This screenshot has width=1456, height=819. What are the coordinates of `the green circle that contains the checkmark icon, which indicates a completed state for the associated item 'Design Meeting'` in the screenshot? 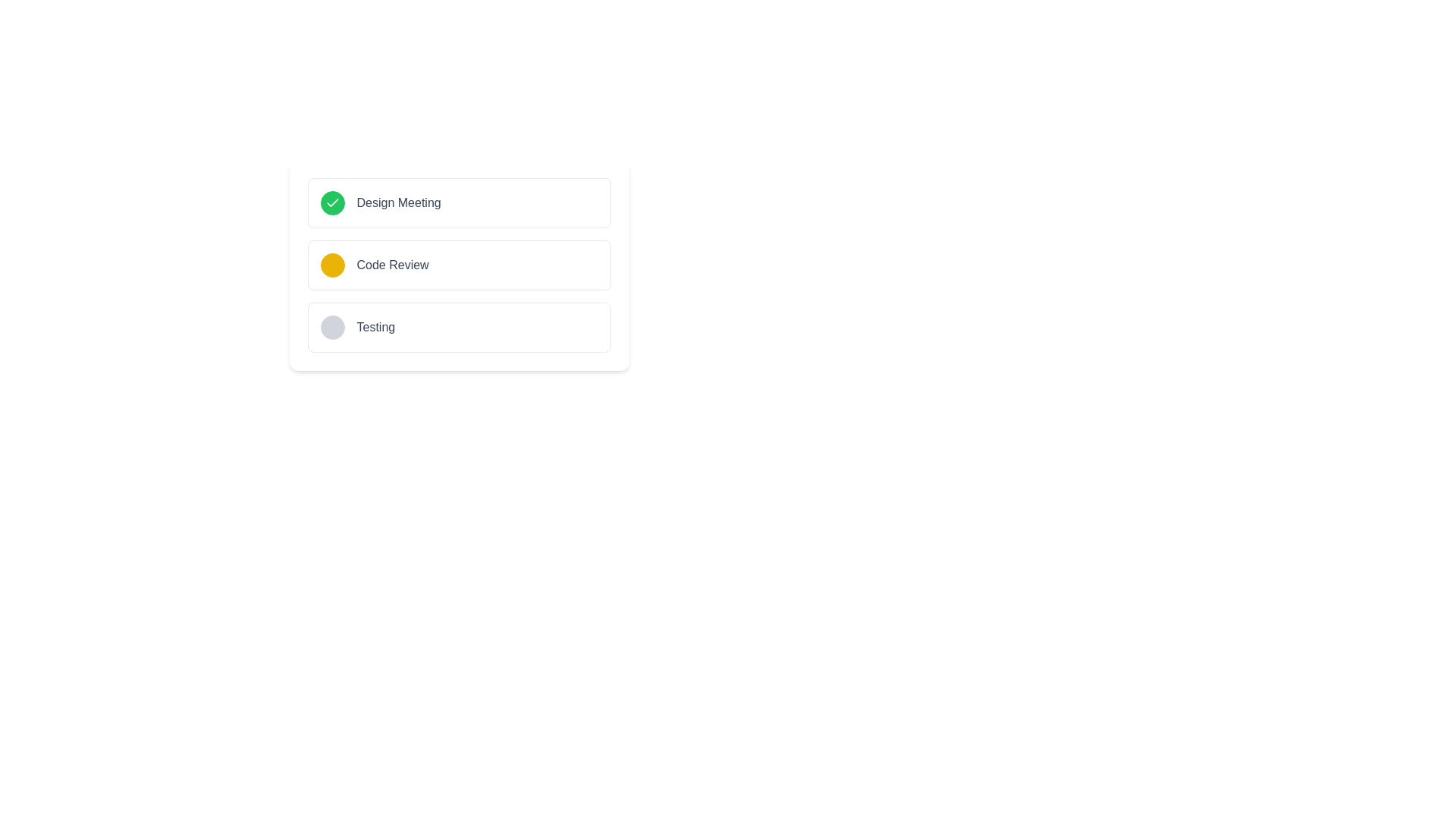 It's located at (331, 202).